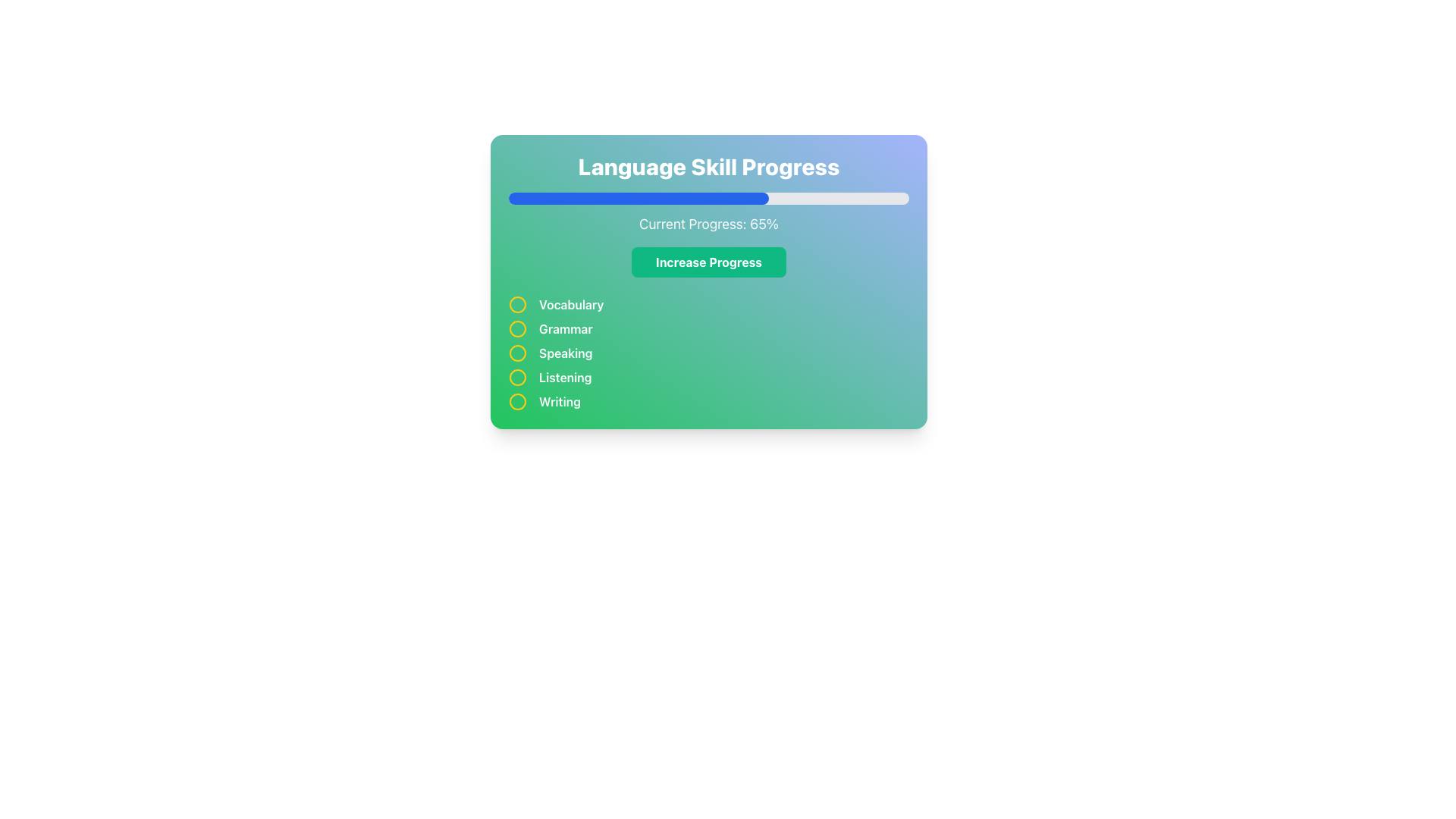  I want to click on the 'Speaking' row, which includes a circular icon with a yellow border, to select it, so click(517, 353).